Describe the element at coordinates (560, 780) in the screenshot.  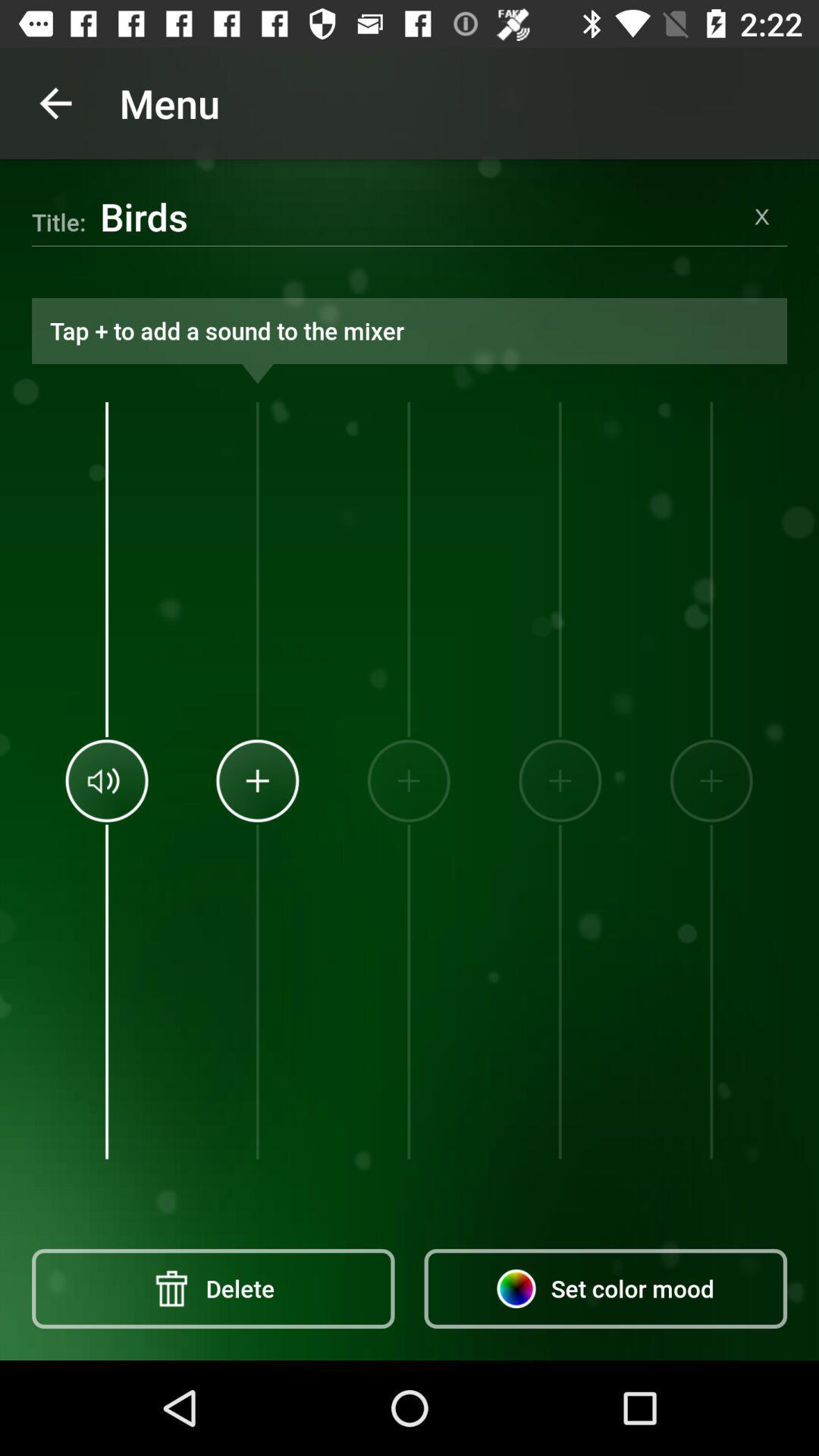
I see `the item above set color mood icon` at that location.